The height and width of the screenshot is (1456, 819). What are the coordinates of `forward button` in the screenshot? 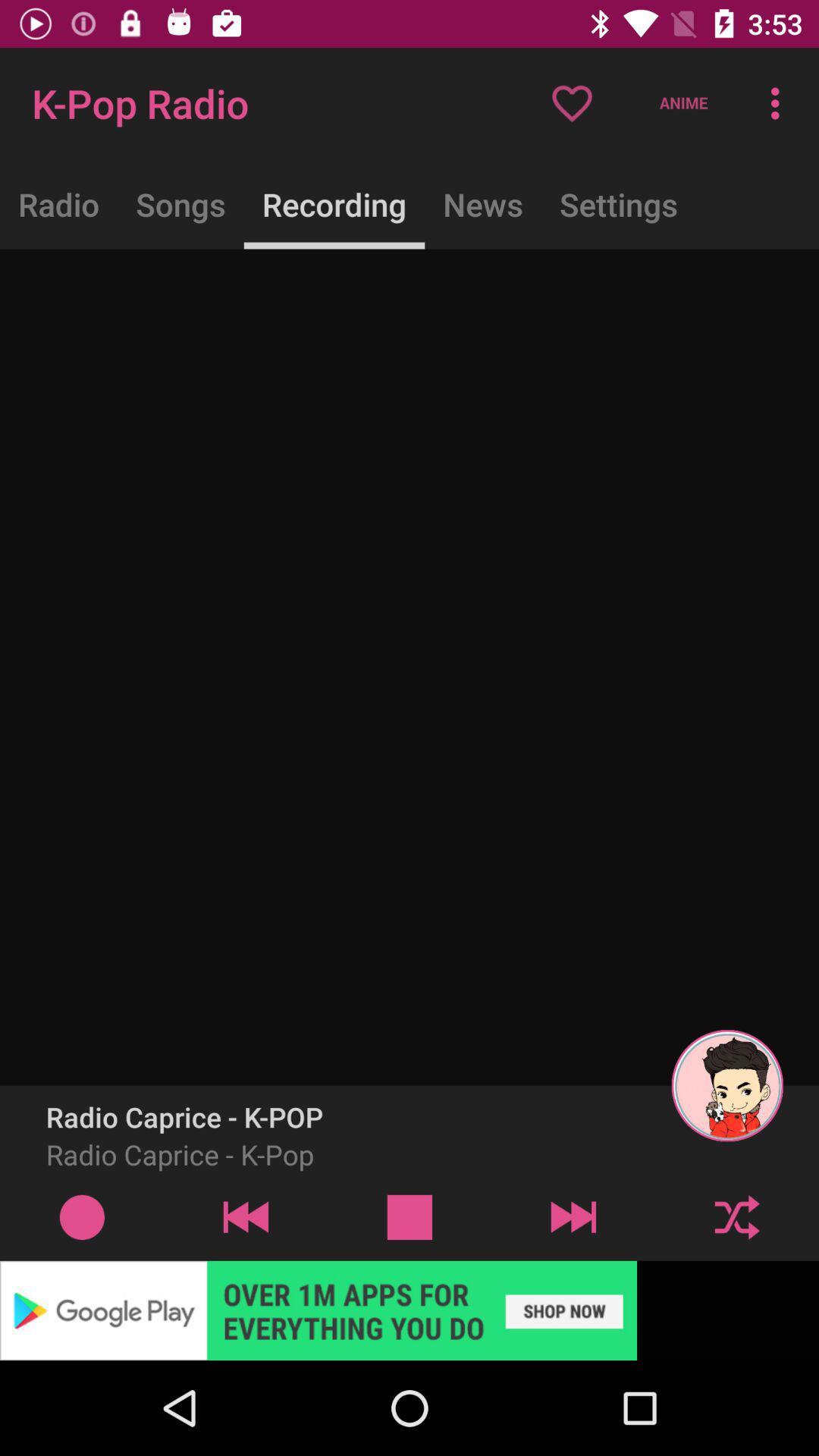 It's located at (573, 1216).